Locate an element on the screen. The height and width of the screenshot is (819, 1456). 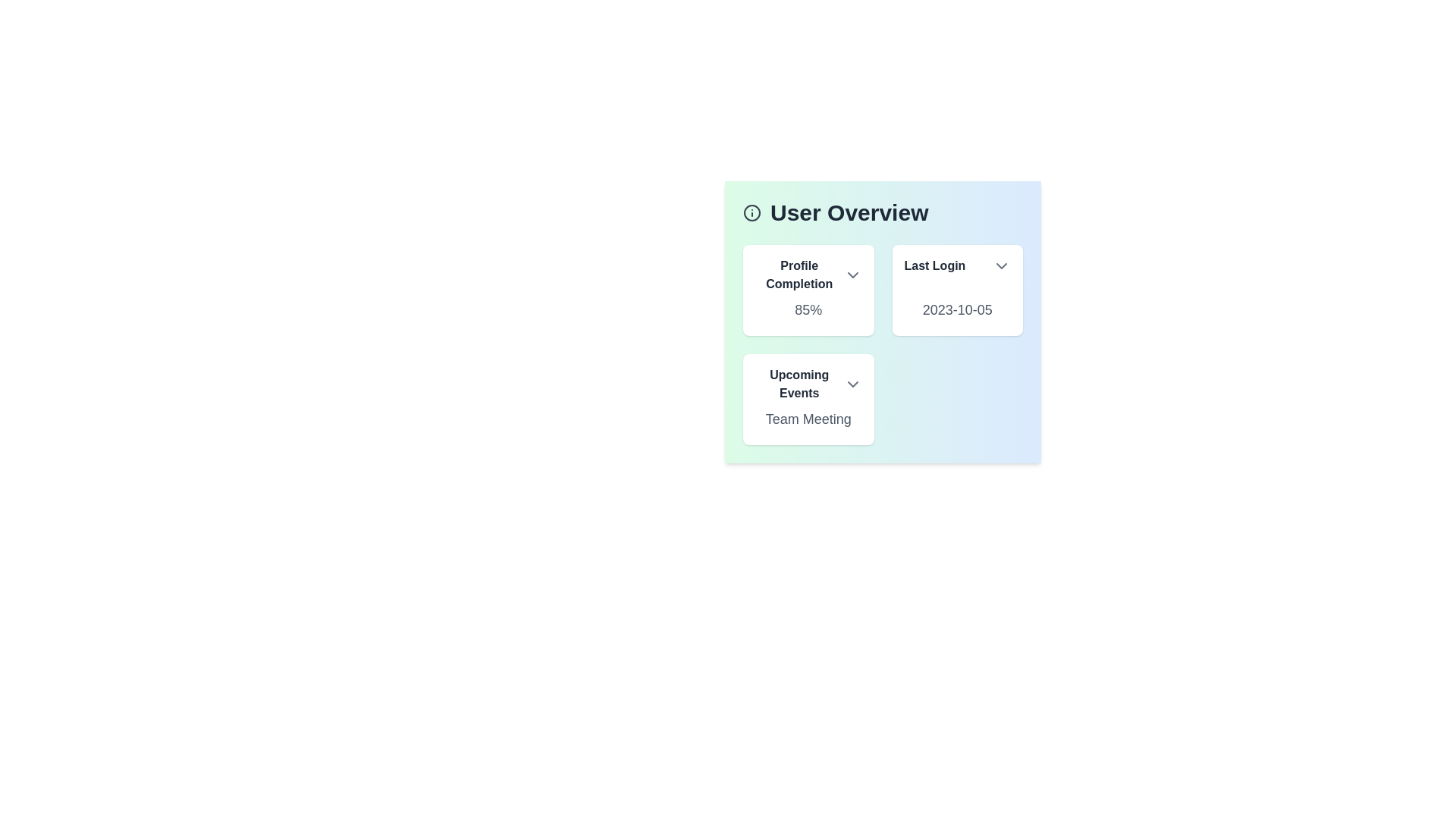
the label indicating the date context in the top right corner of the white rounded card, part of the 'User Overview' section is located at coordinates (956, 265).